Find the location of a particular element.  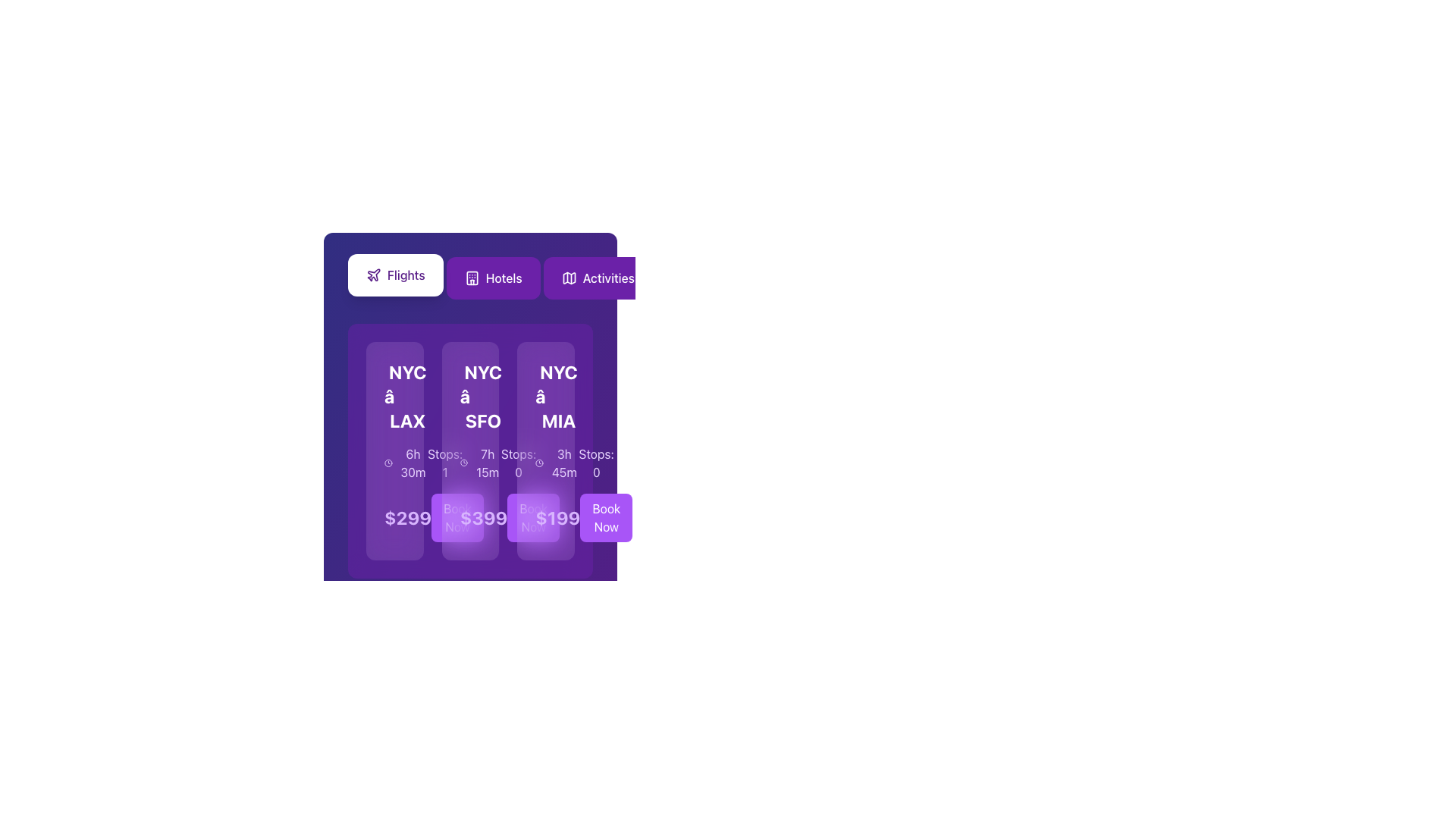

the Clock icon located in the leftmost column under the 'NYC to LAX' section, next to the text '6h 30m' is located at coordinates (388, 462).